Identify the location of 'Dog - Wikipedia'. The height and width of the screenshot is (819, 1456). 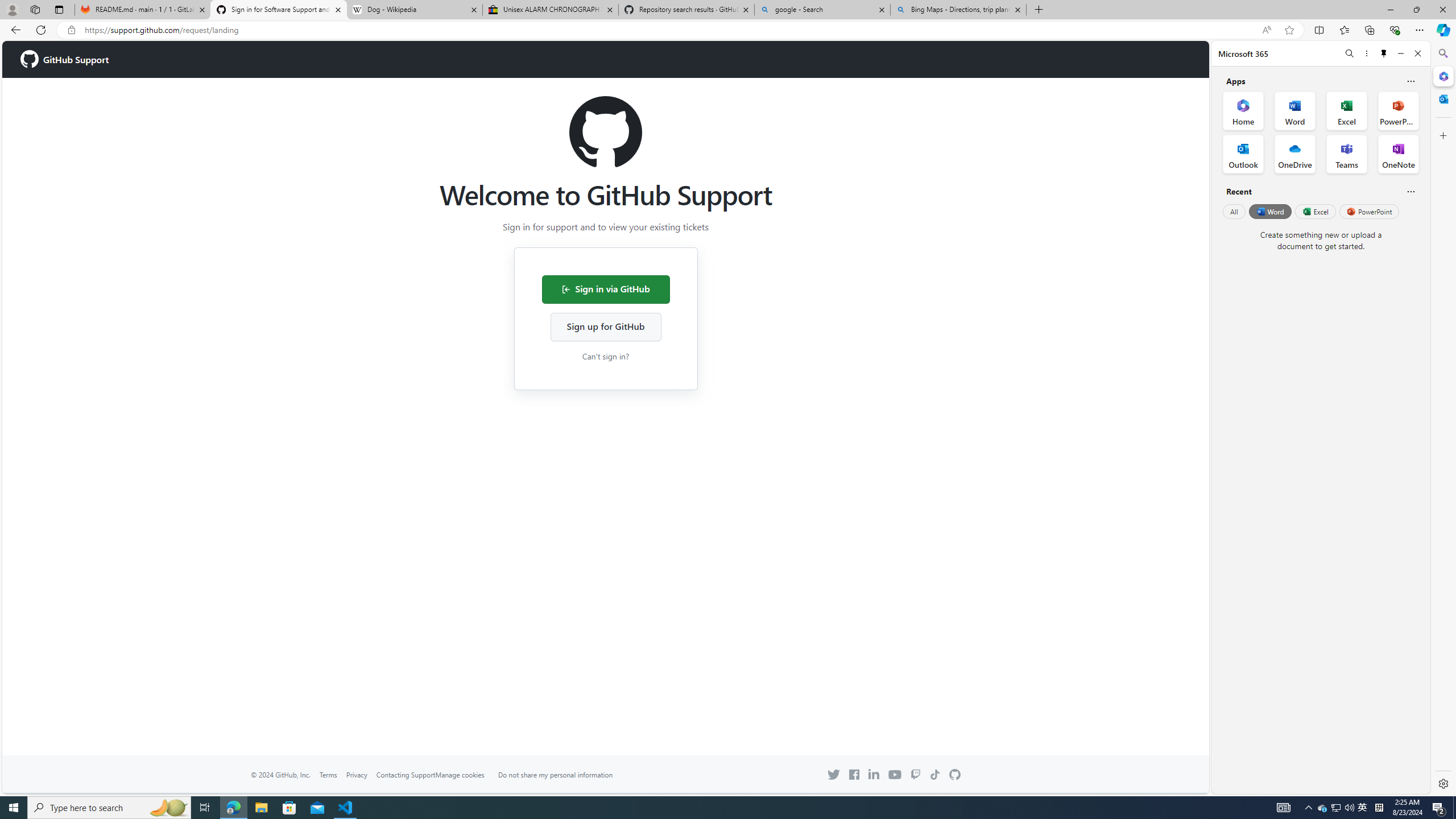
(415, 9).